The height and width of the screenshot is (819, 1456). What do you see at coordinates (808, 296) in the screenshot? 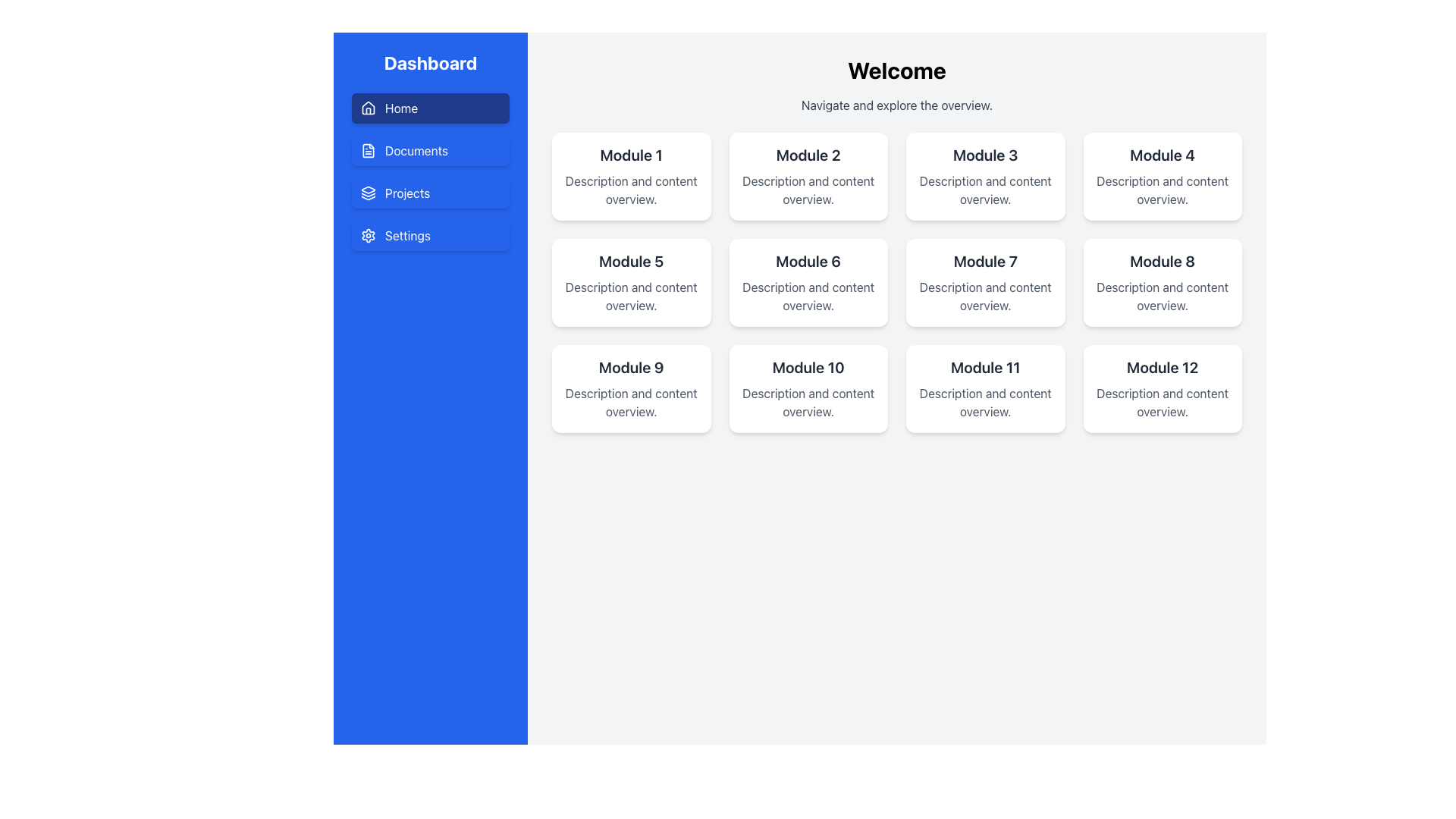
I see `style of the text block displaying 'Description and content overview.' which is styled in gray color and aligned beneath the title 'Module 6'` at bounding box center [808, 296].